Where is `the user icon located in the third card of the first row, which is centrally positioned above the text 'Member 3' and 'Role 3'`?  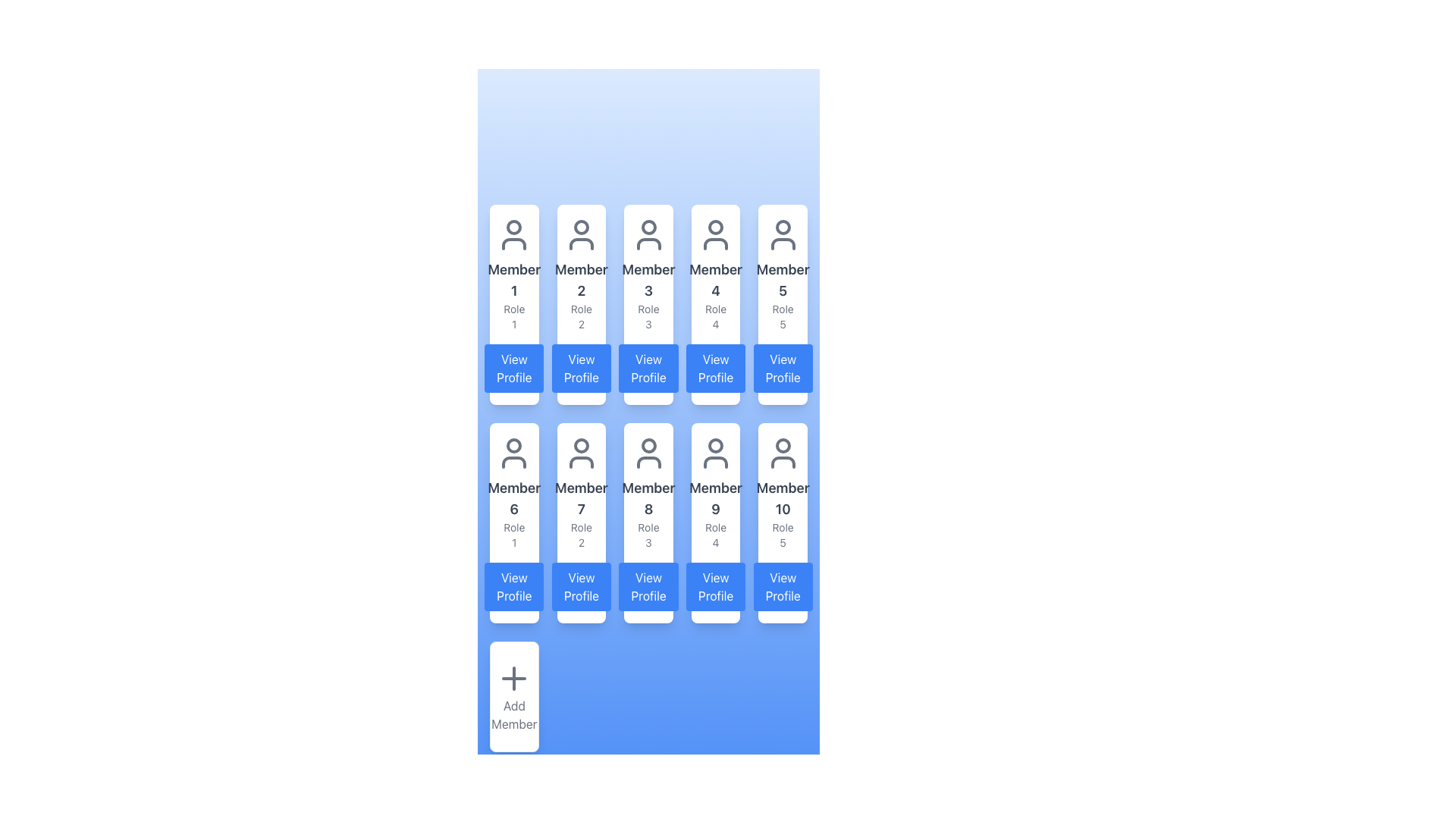 the user icon located in the third card of the first row, which is centrally positioned above the text 'Member 3' and 'Role 3' is located at coordinates (648, 234).